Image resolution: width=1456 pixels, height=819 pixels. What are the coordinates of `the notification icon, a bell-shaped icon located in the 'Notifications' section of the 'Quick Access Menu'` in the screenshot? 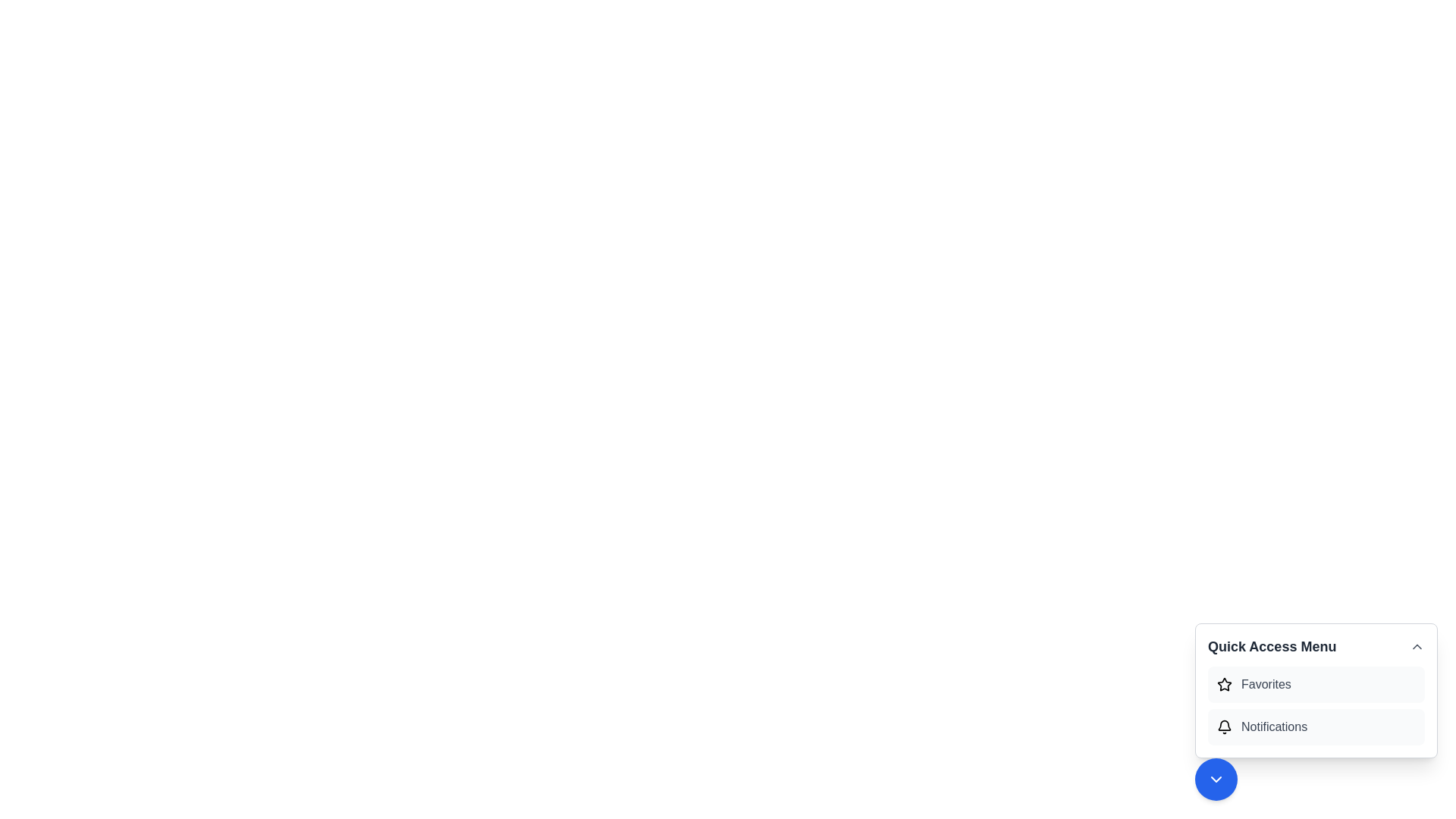 It's located at (1224, 726).